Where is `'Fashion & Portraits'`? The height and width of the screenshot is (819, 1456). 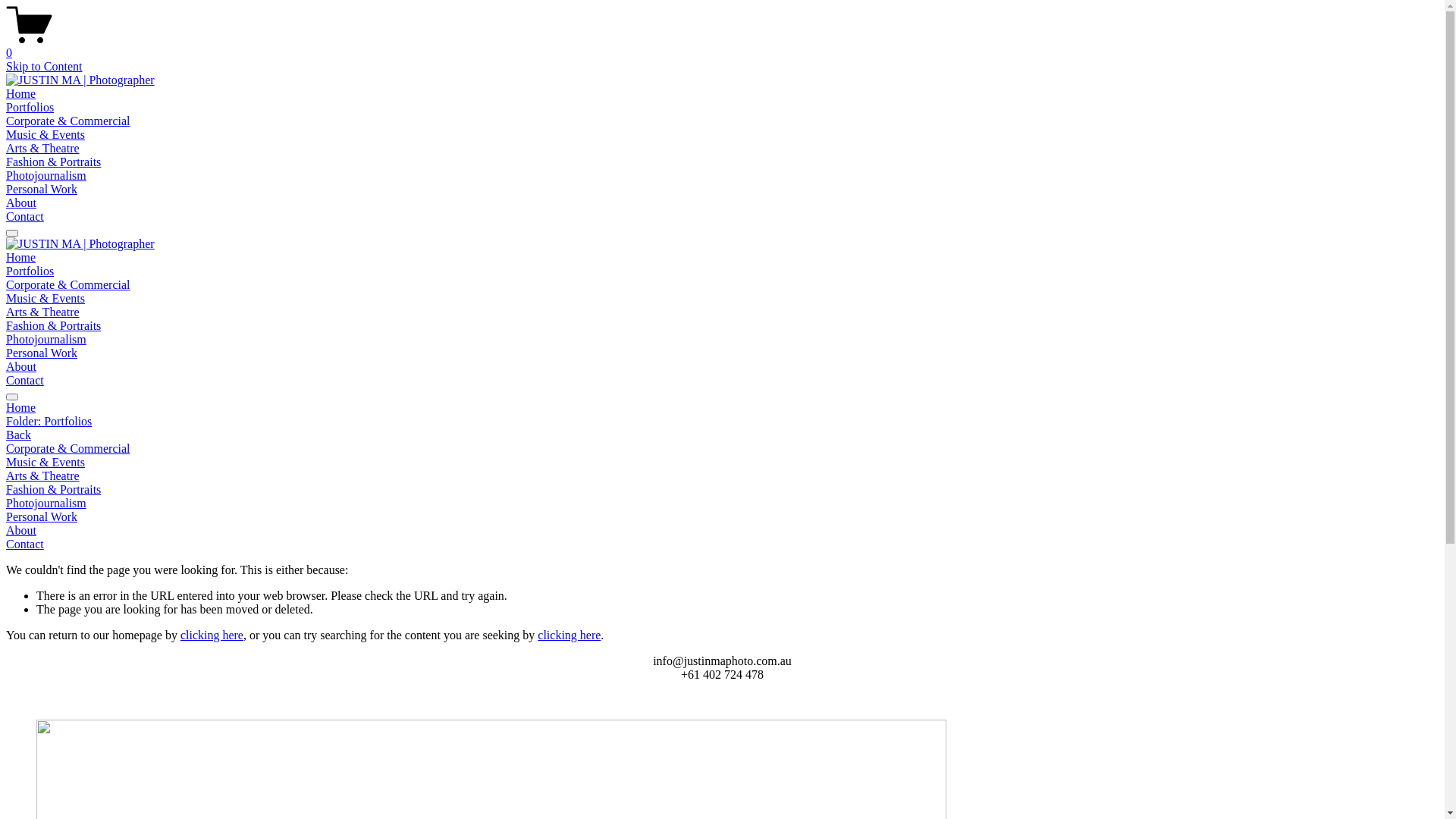 'Fashion & Portraits' is located at coordinates (721, 489).